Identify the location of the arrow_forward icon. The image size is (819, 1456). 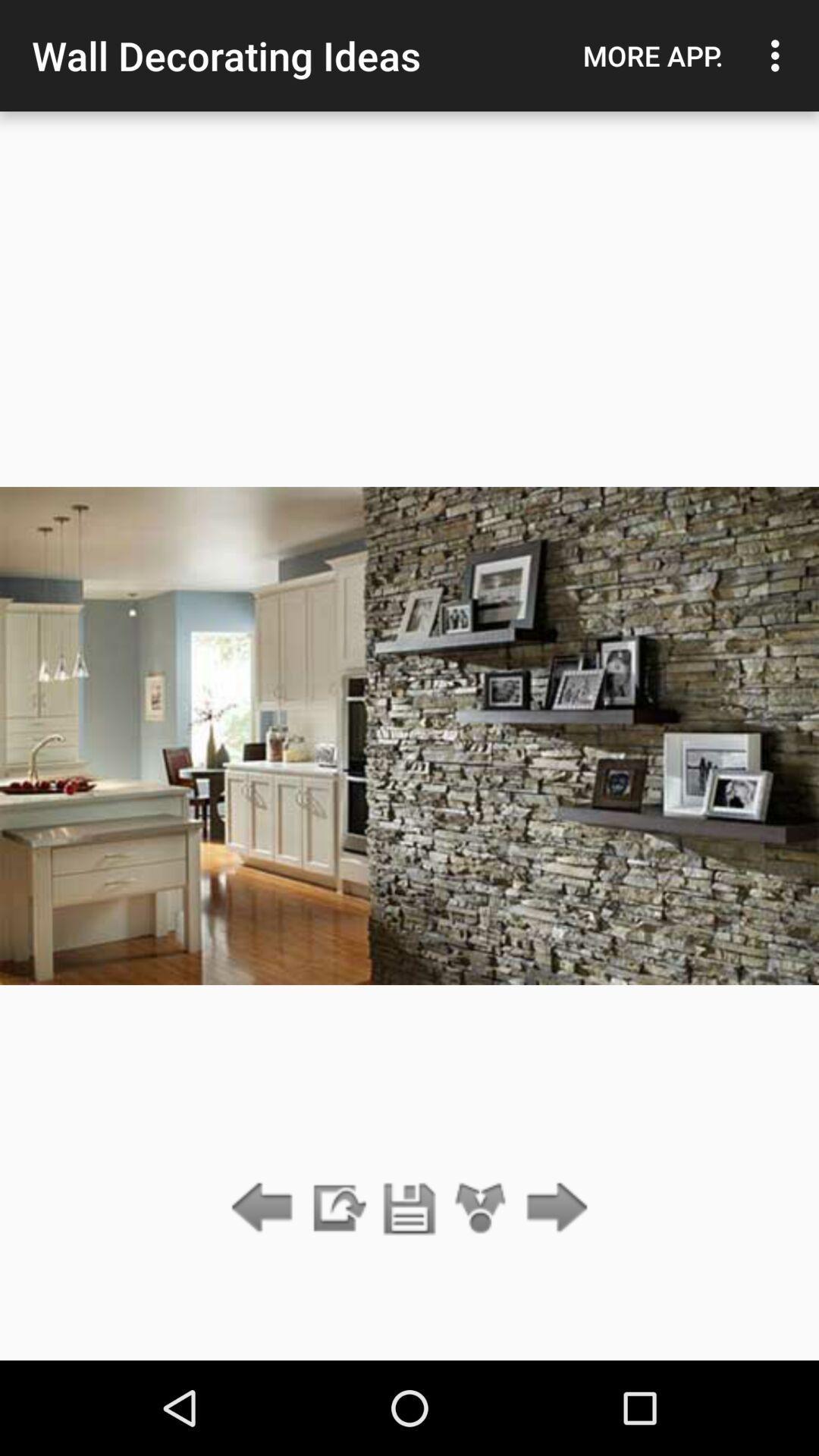
(553, 1208).